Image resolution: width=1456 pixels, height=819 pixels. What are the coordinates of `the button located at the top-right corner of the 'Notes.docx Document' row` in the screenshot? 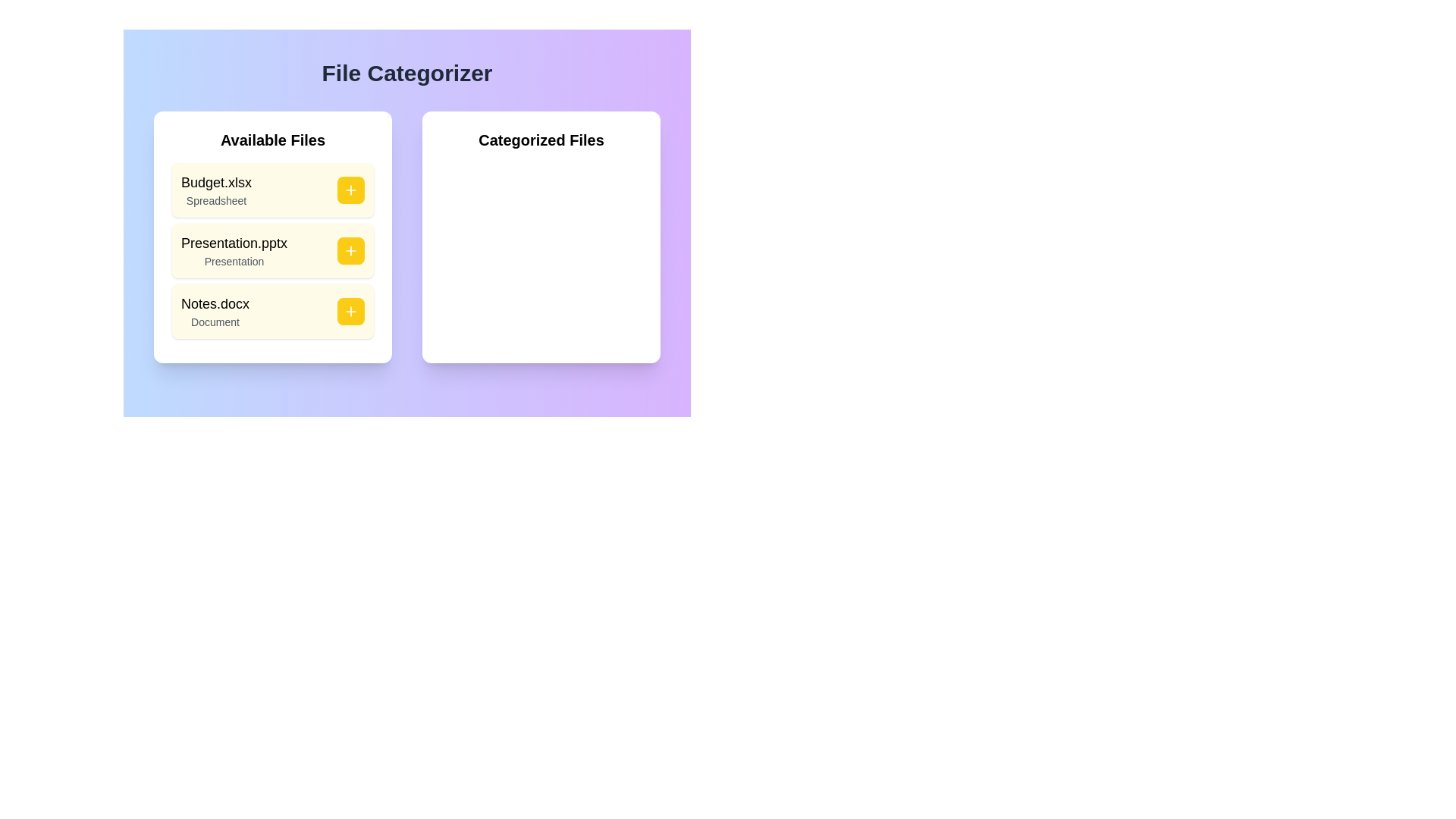 It's located at (350, 311).